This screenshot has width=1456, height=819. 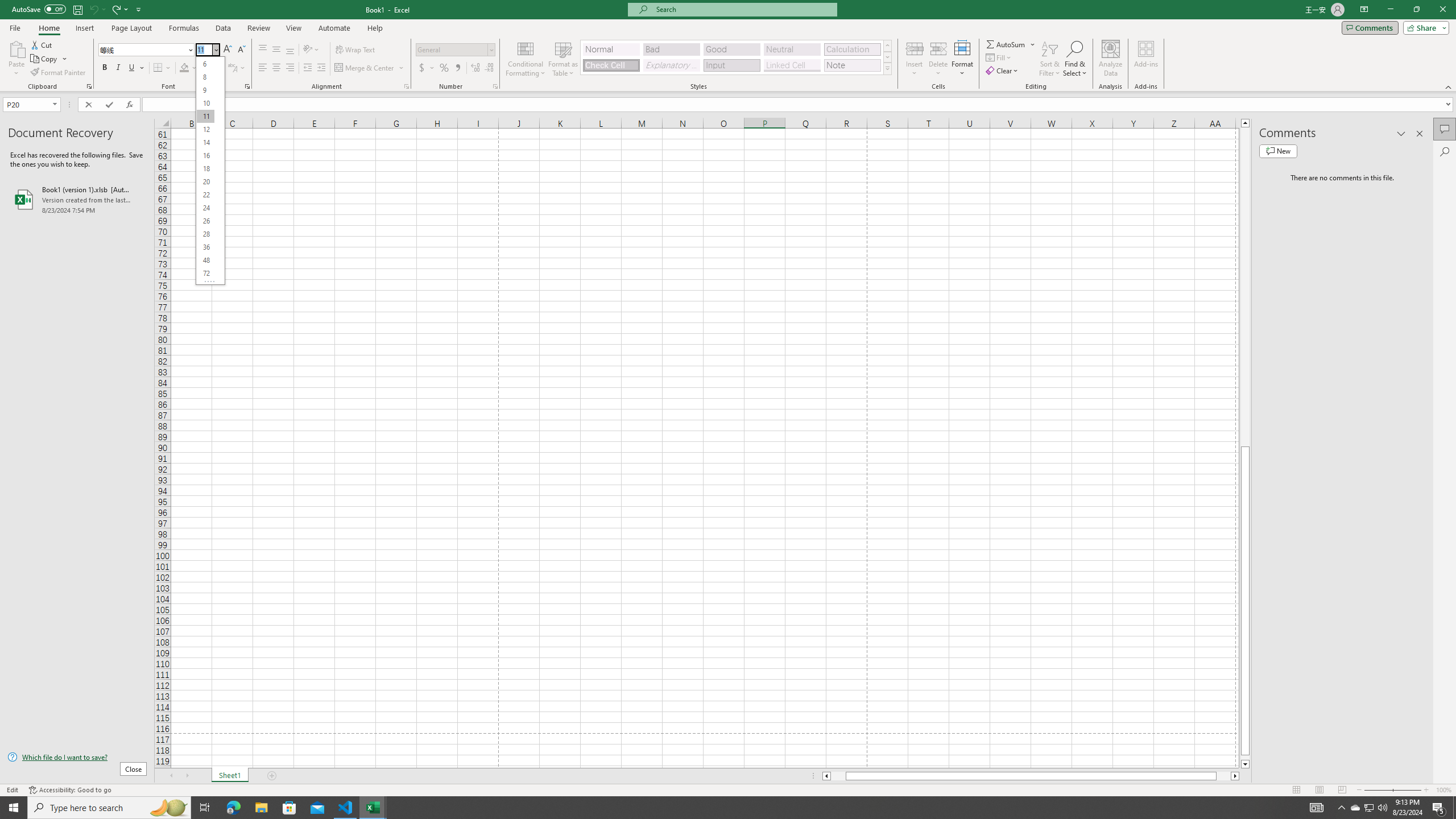 What do you see at coordinates (70, 790) in the screenshot?
I see `'Accessibility Checker Accessibility: Good to go'` at bounding box center [70, 790].